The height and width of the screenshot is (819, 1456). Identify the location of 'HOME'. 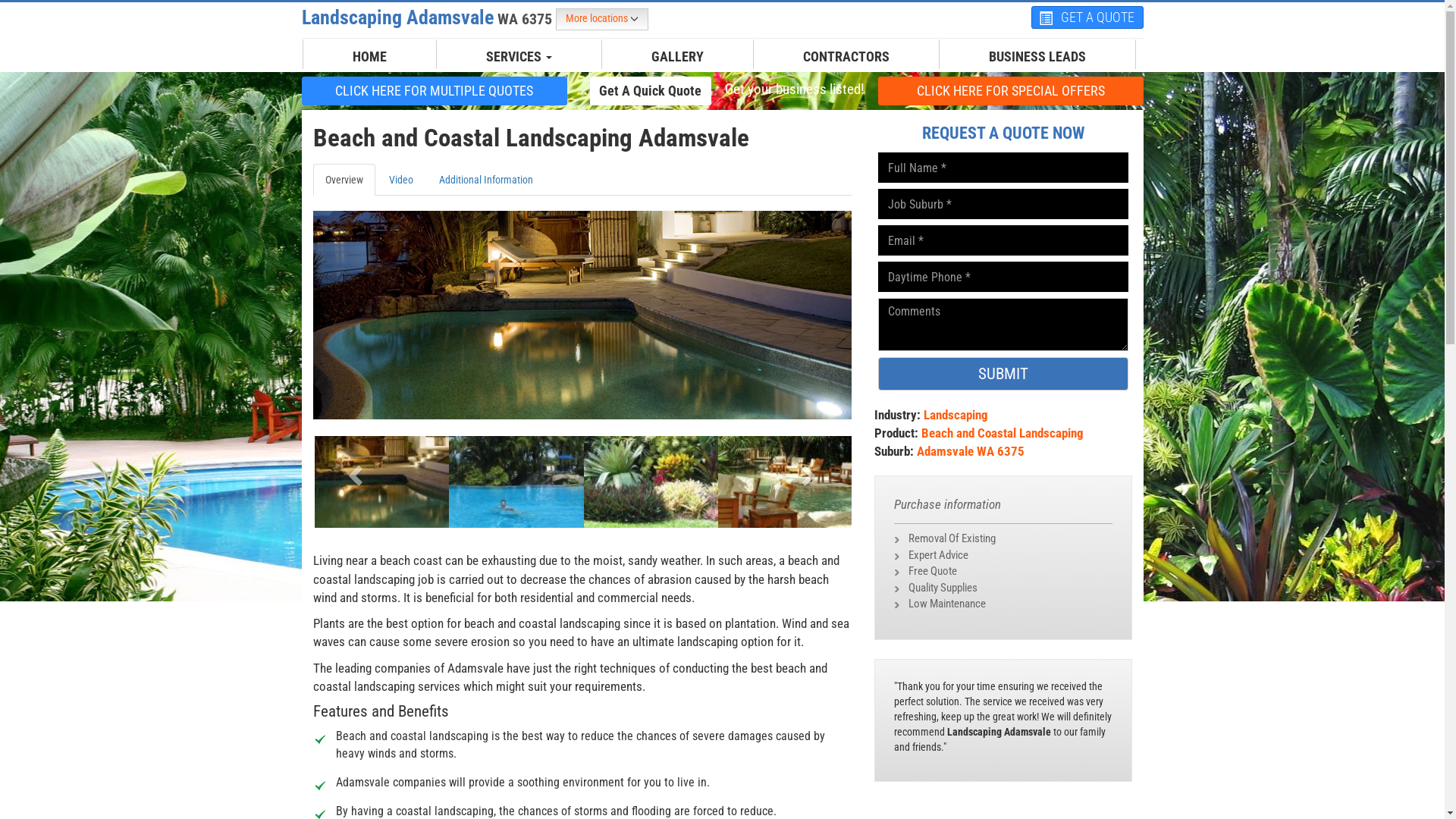
(369, 55).